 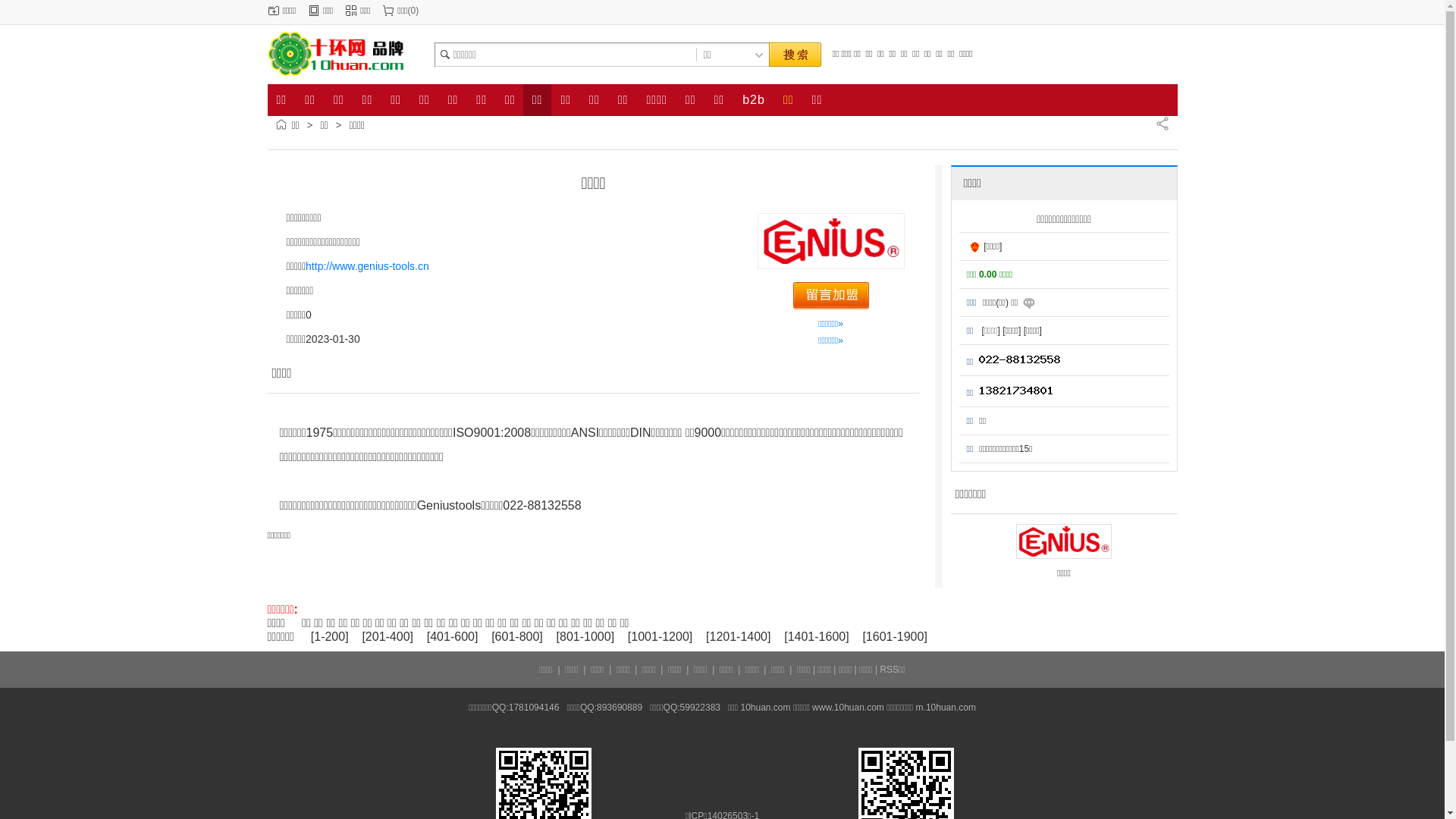 I want to click on 'http://www.genius-tools.cn', so click(x=367, y=265).